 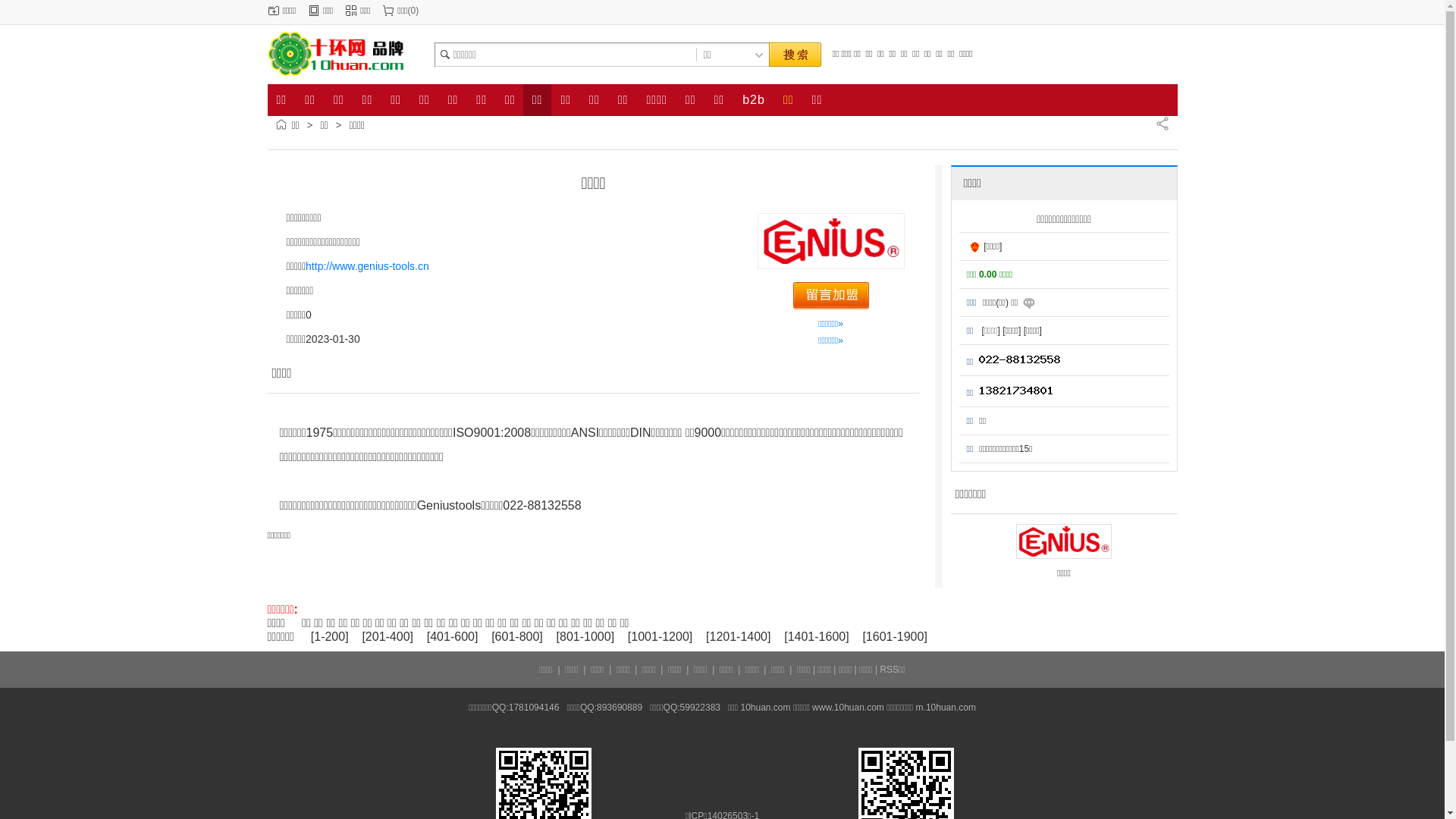 I want to click on 'http://www.genius-tools.cn', so click(x=367, y=265).